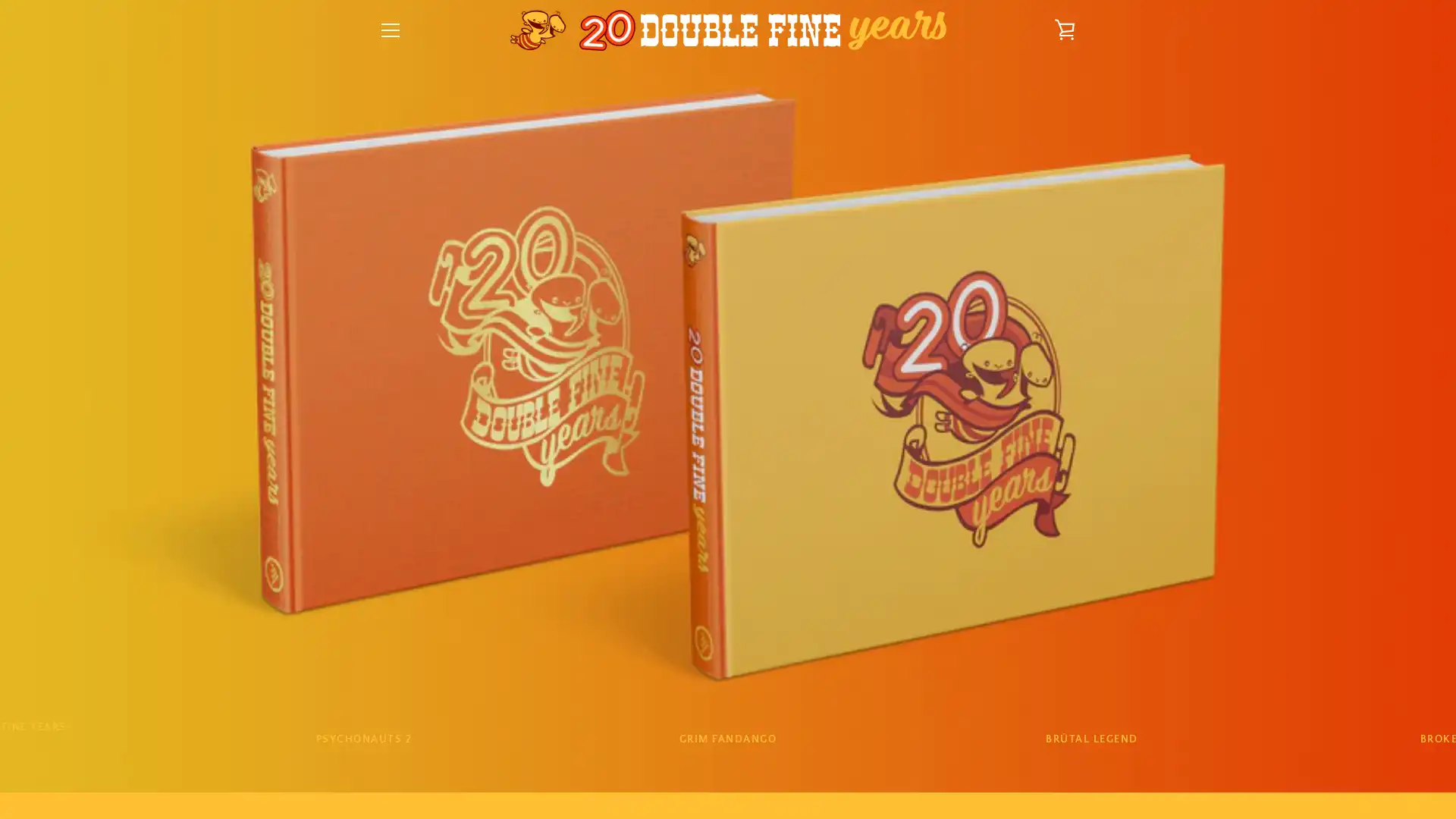 This screenshot has width=1456, height=819. What do you see at coordinates (1090, 739) in the screenshot?
I see `SLIDE 4 BRUTAL LEGEND` at bounding box center [1090, 739].